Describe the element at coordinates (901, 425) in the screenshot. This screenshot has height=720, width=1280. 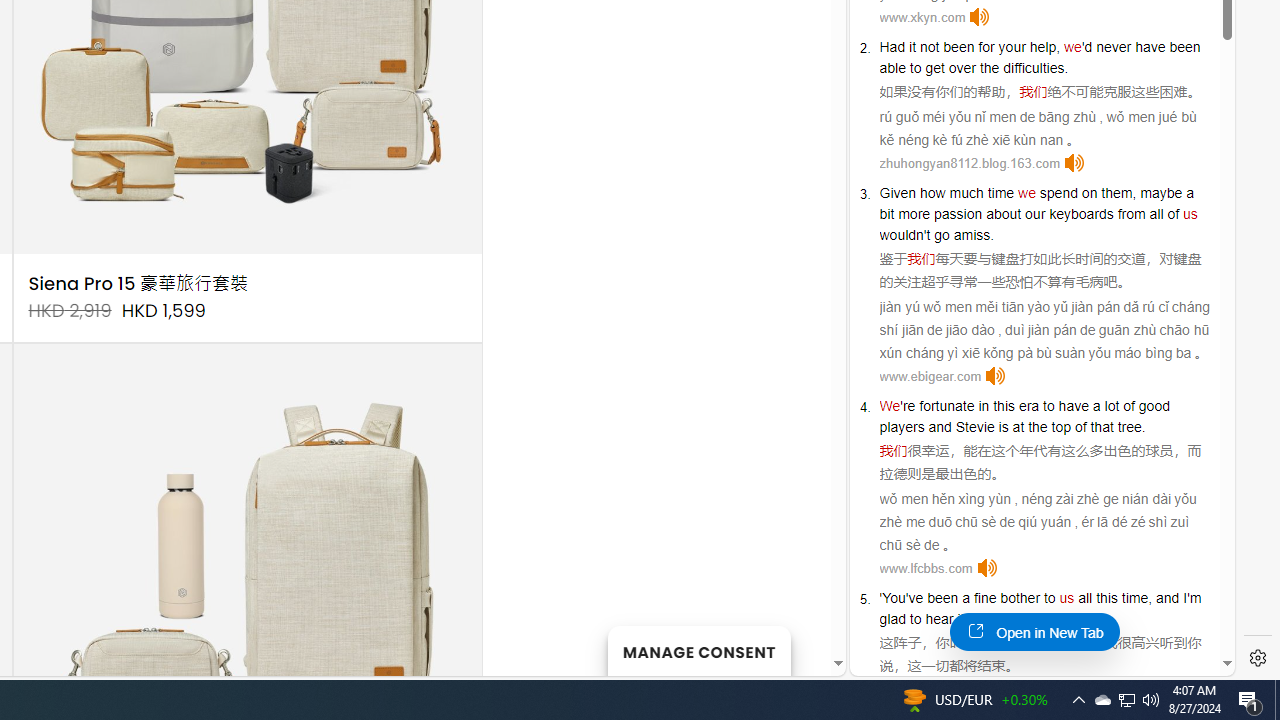
I see `'players'` at that location.